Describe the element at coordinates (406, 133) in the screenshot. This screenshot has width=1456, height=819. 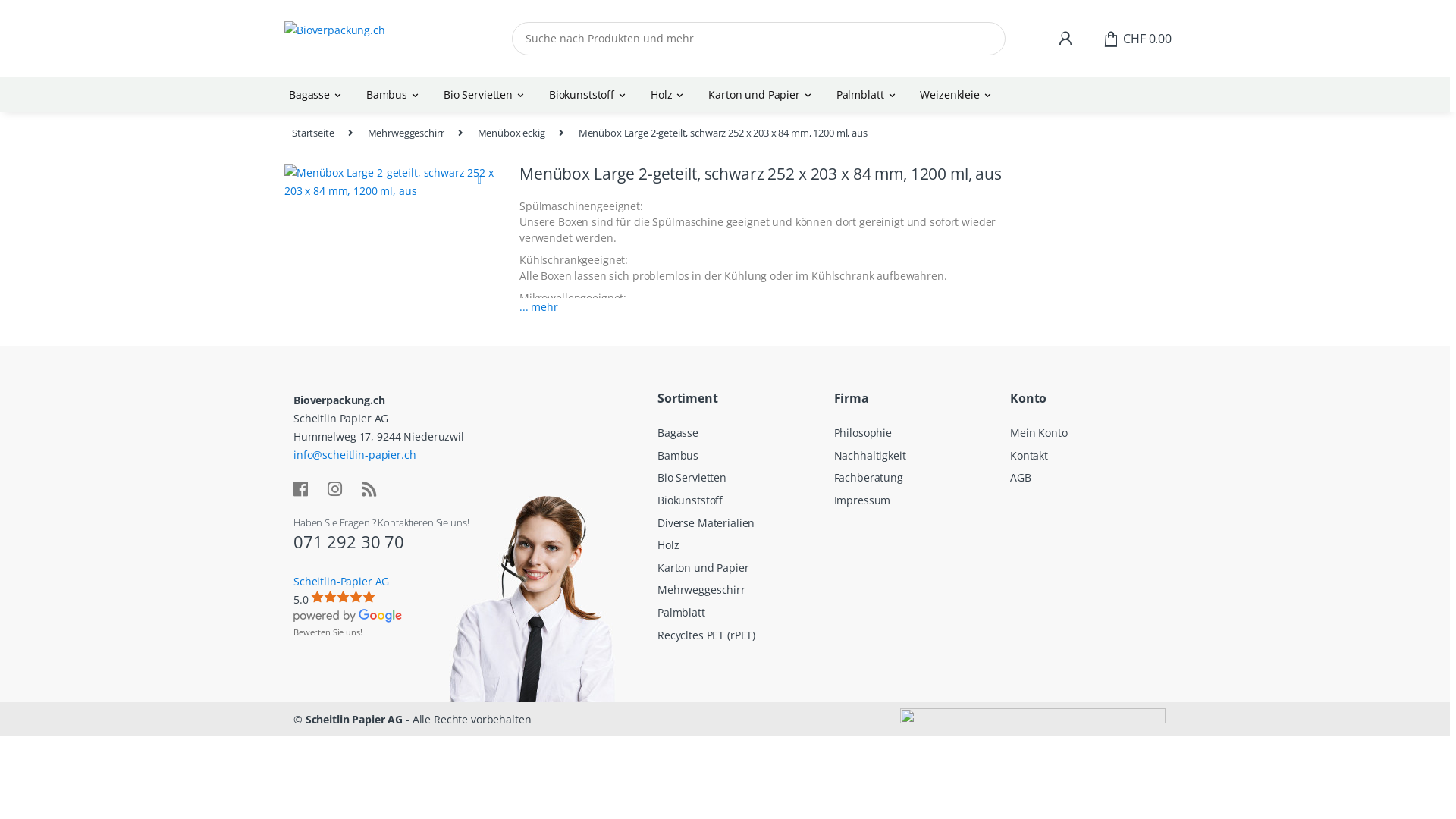
I see `'Mehrweggeschirr'` at that location.